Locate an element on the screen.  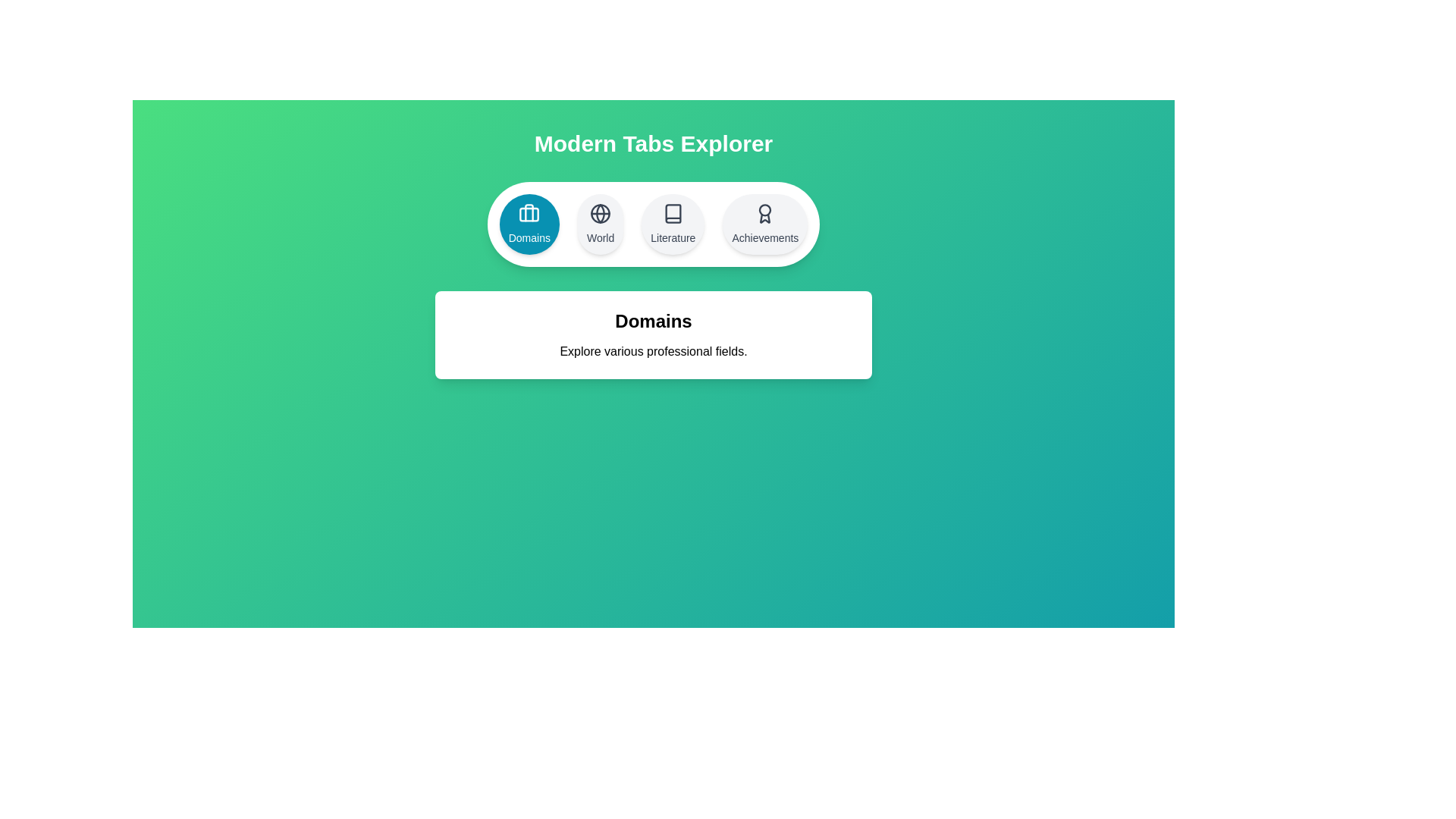
the button labeled Literature to observe its hover effect is located at coordinates (673, 224).